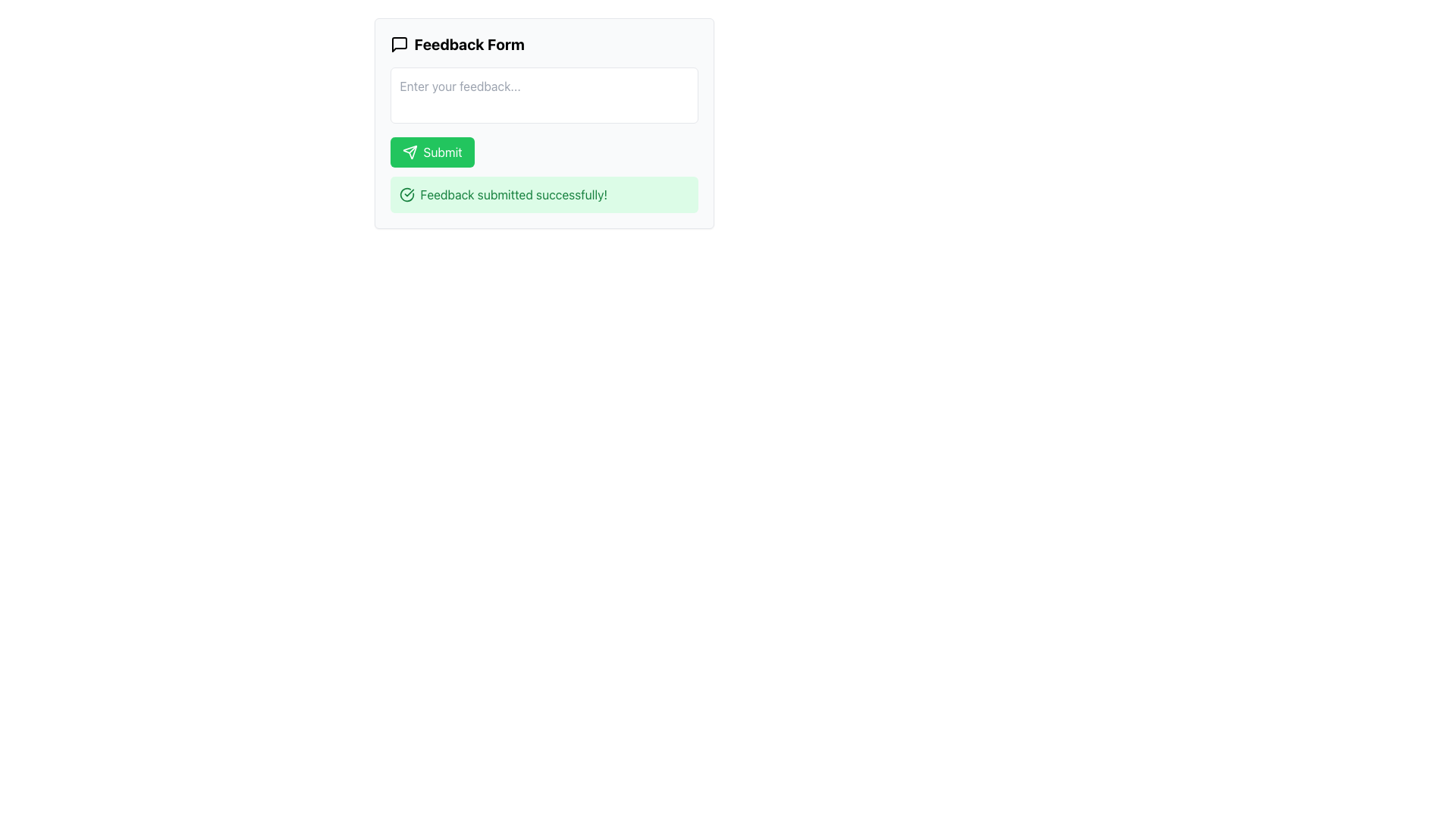 The image size is (1456, 819). Describe the element at coordinates (431, 152) in the screenshot. I see `the submission button located directly below the feedback text input field` at that location.